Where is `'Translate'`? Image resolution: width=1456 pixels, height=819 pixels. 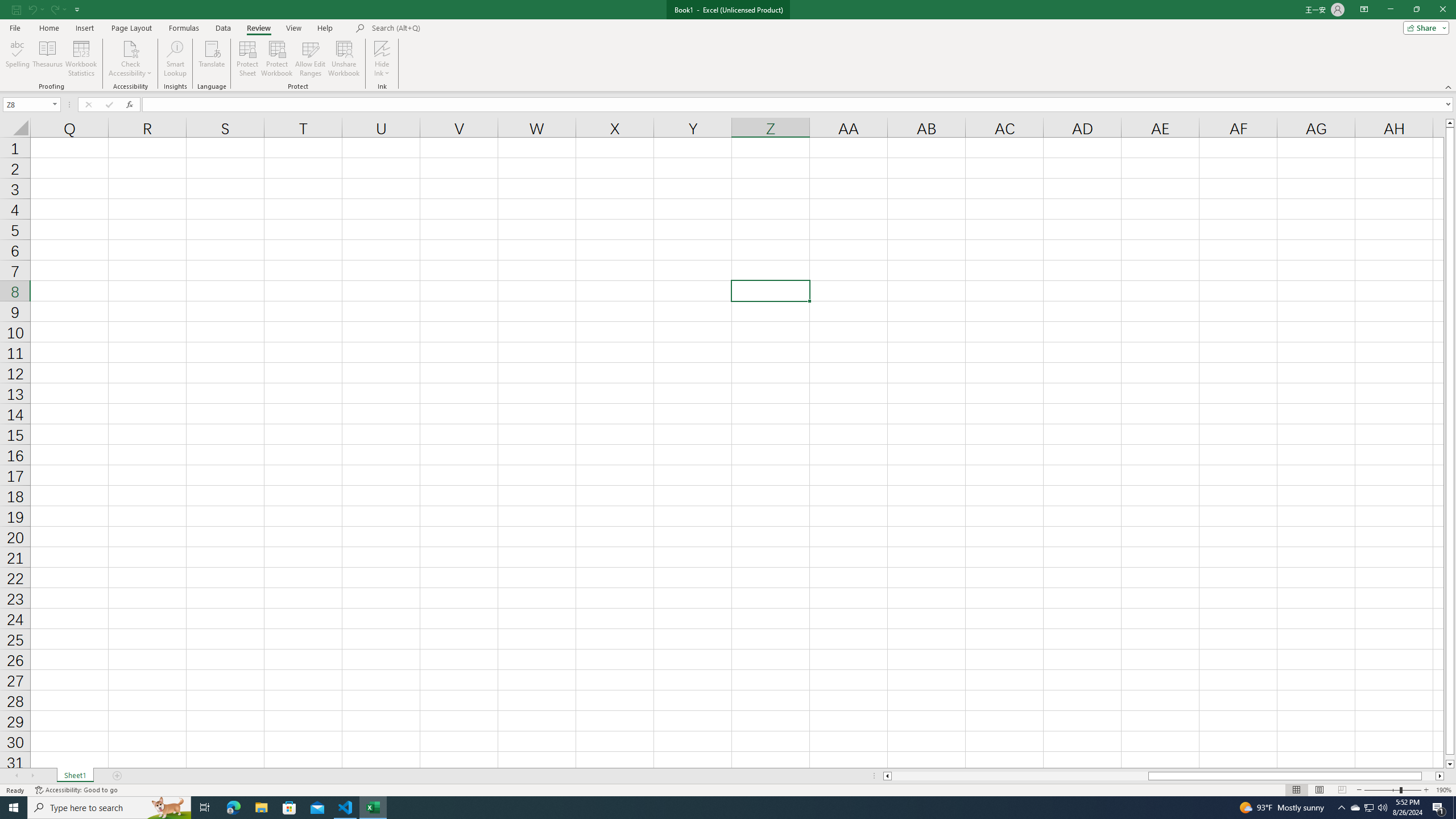 'Translate' is located at coordinates (211, 59).